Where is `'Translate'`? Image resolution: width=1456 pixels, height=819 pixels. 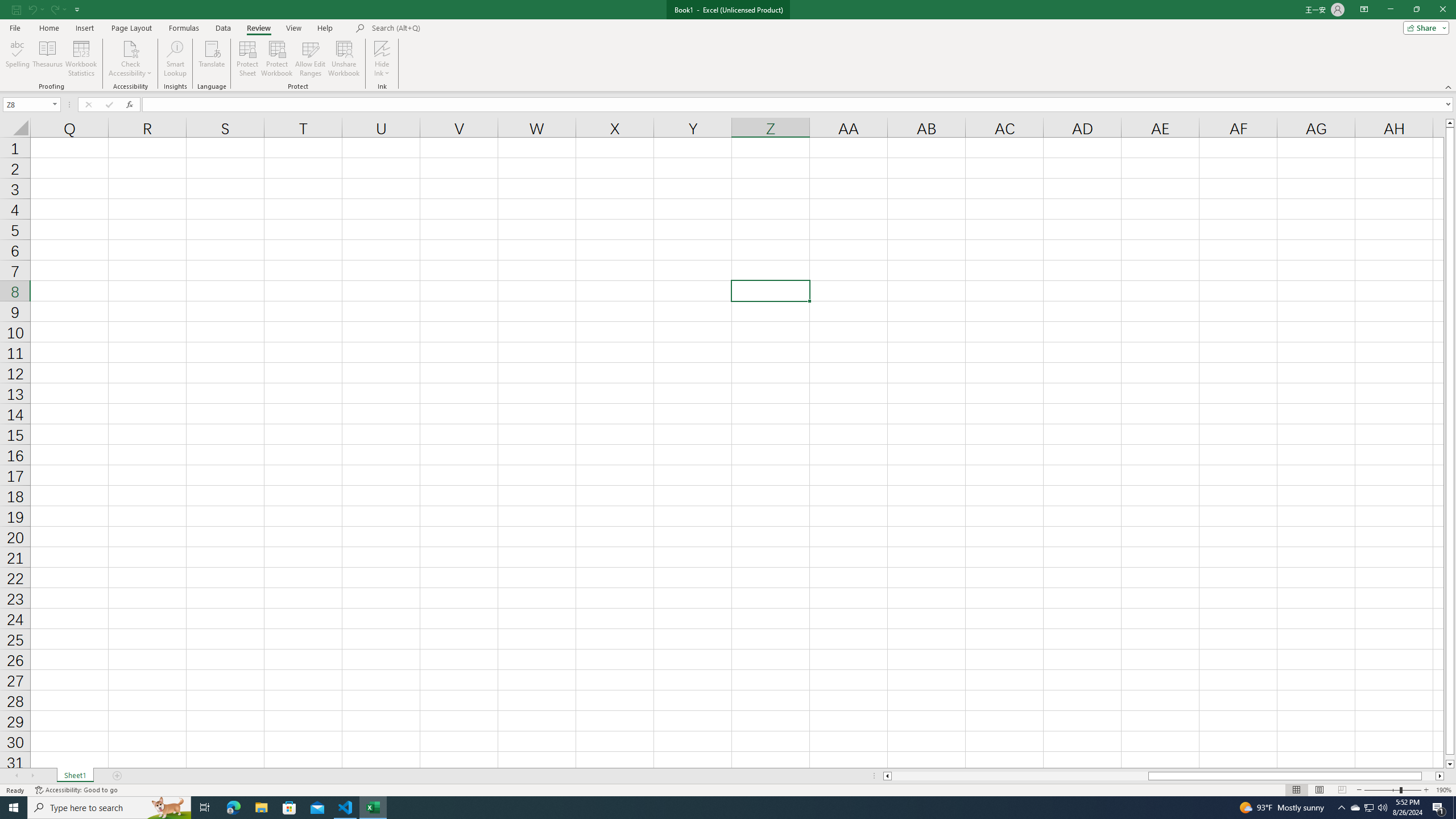 'Translate' is located at coordinates (211, 59).